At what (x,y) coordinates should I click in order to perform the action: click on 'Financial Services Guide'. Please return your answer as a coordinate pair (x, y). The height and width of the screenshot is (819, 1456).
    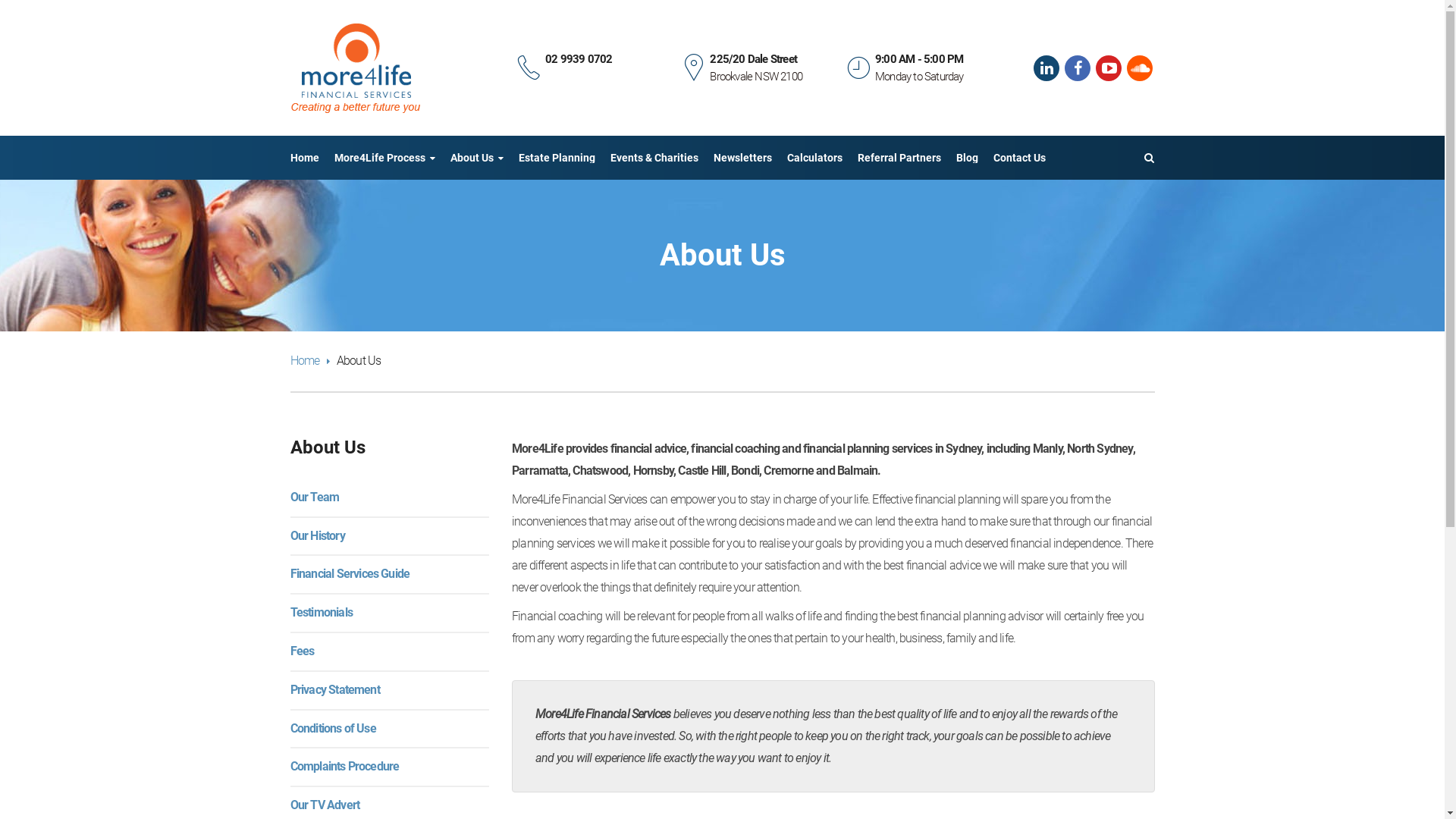
    Looking at the image, I should click on (290, 573).